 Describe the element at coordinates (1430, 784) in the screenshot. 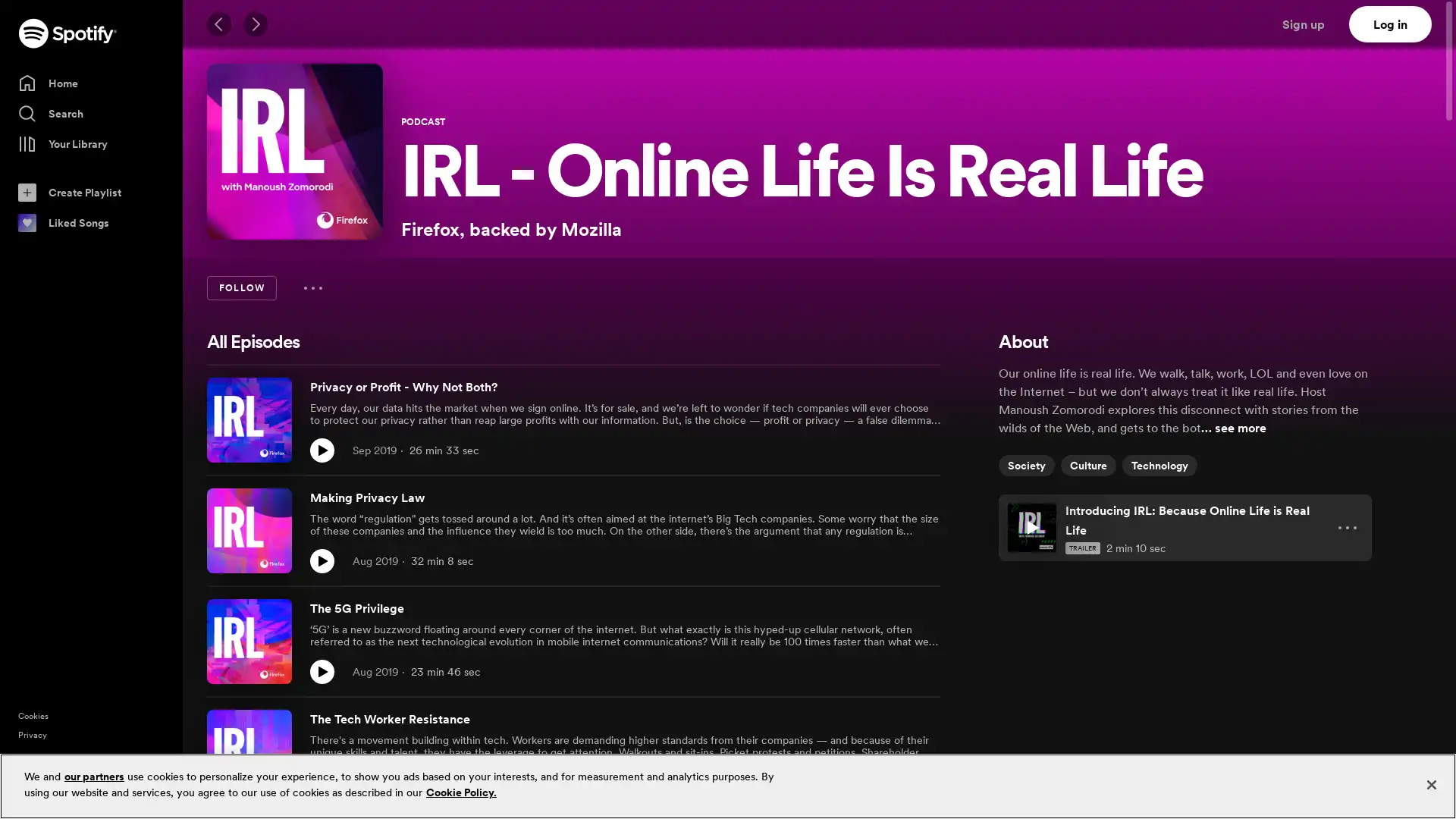

I see `Close` at that location.